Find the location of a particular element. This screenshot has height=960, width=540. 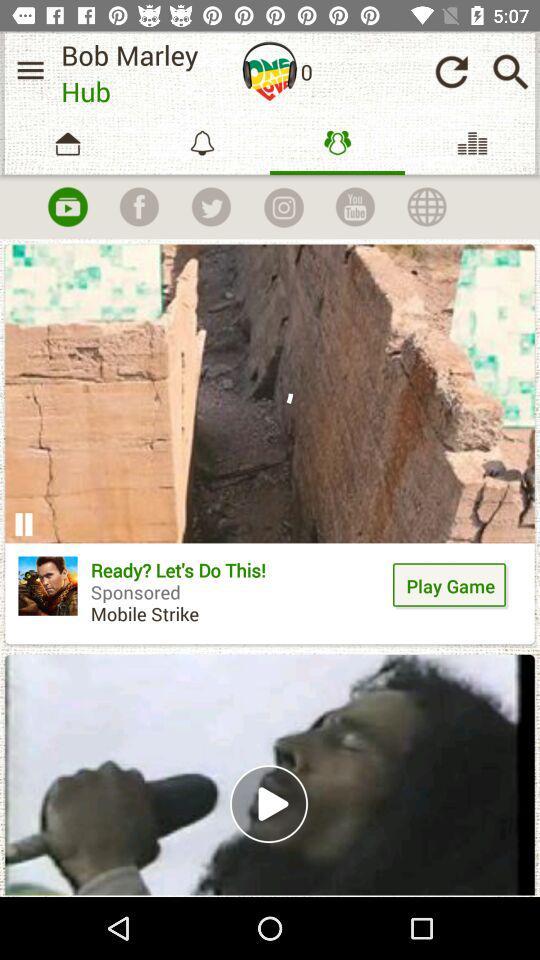

youtube is located at coordinates (354, 207).